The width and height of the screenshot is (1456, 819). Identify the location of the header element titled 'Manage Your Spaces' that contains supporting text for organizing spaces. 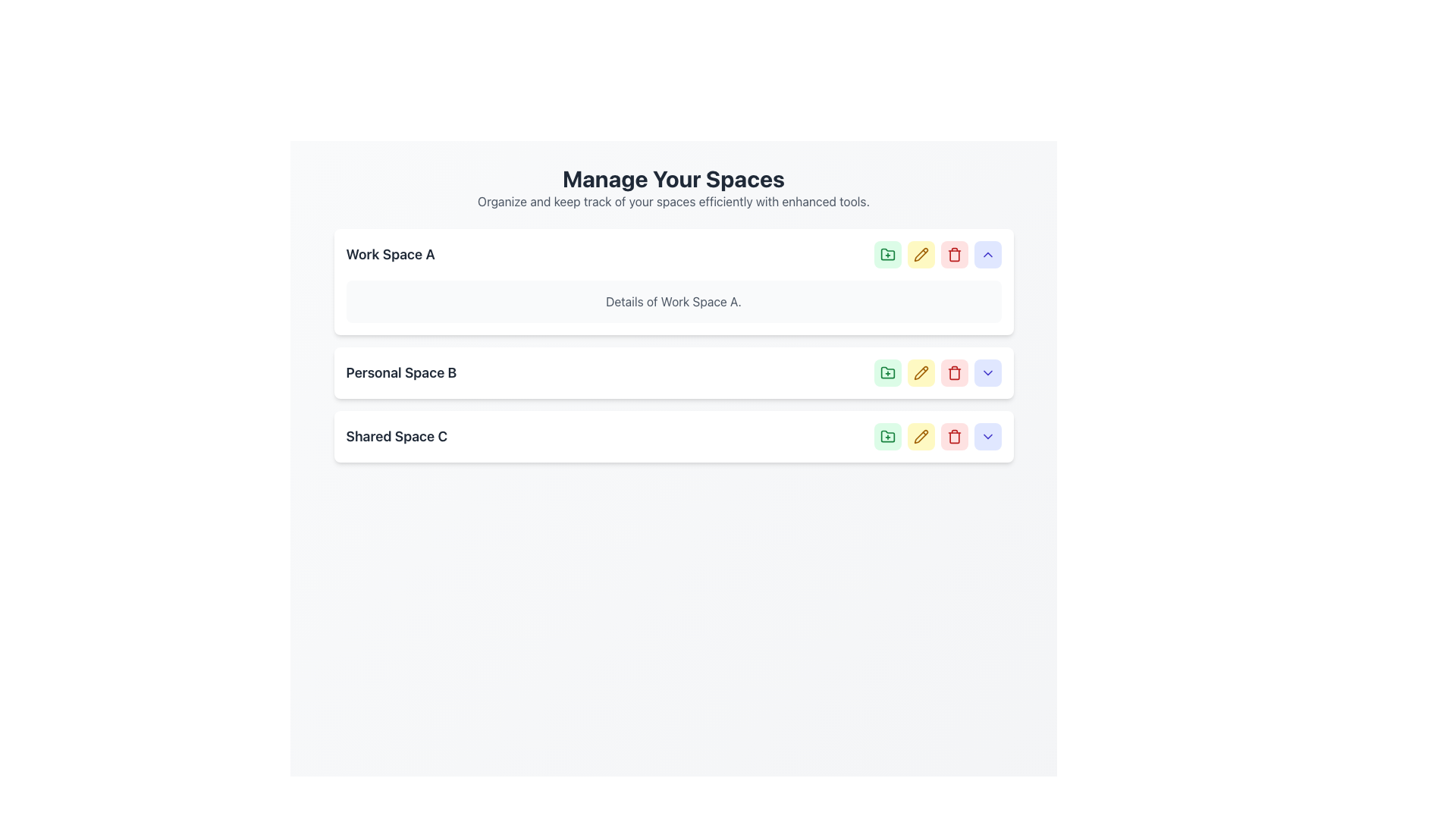
(673, 187).